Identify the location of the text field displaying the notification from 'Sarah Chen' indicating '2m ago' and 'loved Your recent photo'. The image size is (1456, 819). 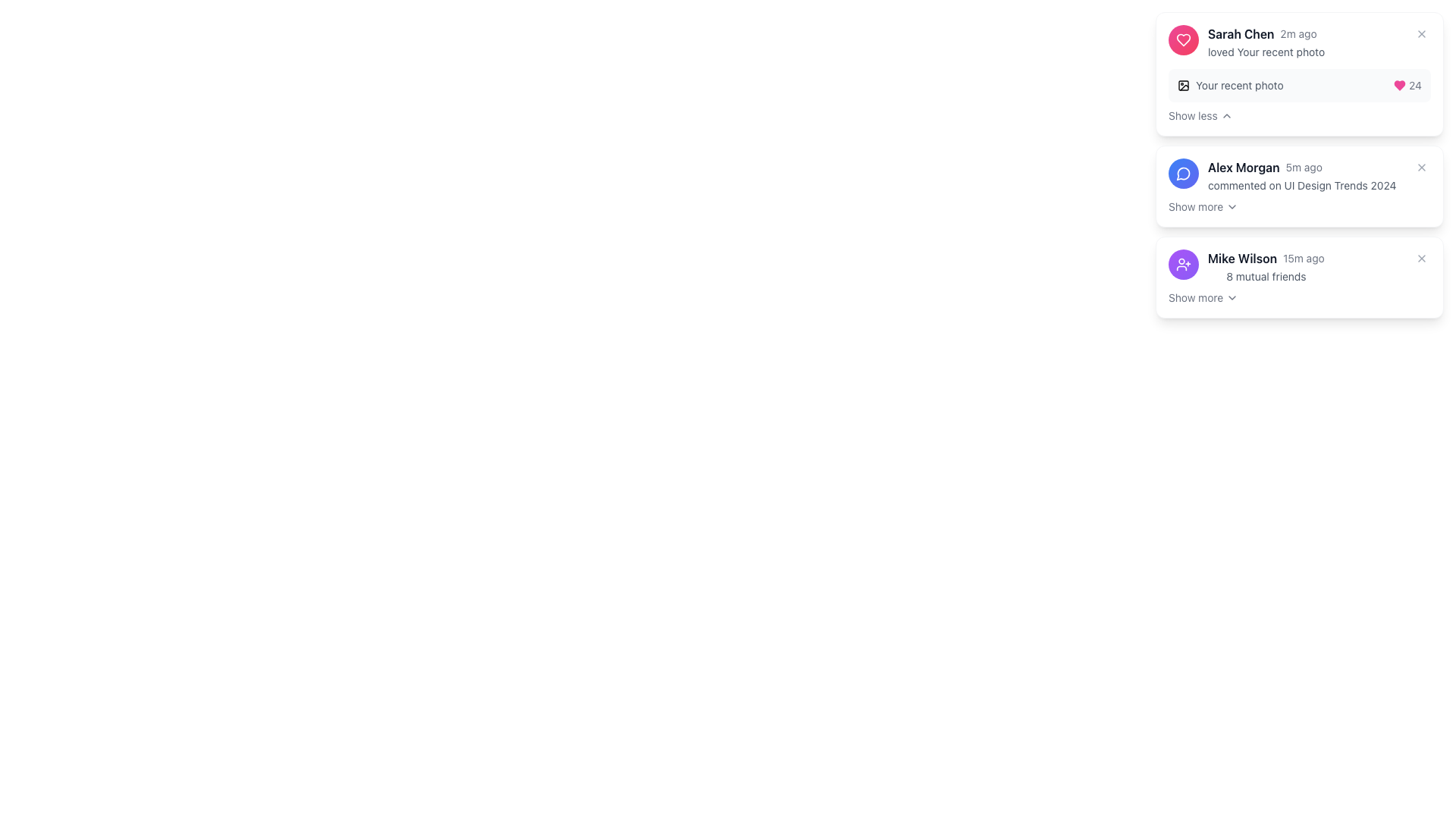
(1266, 42).